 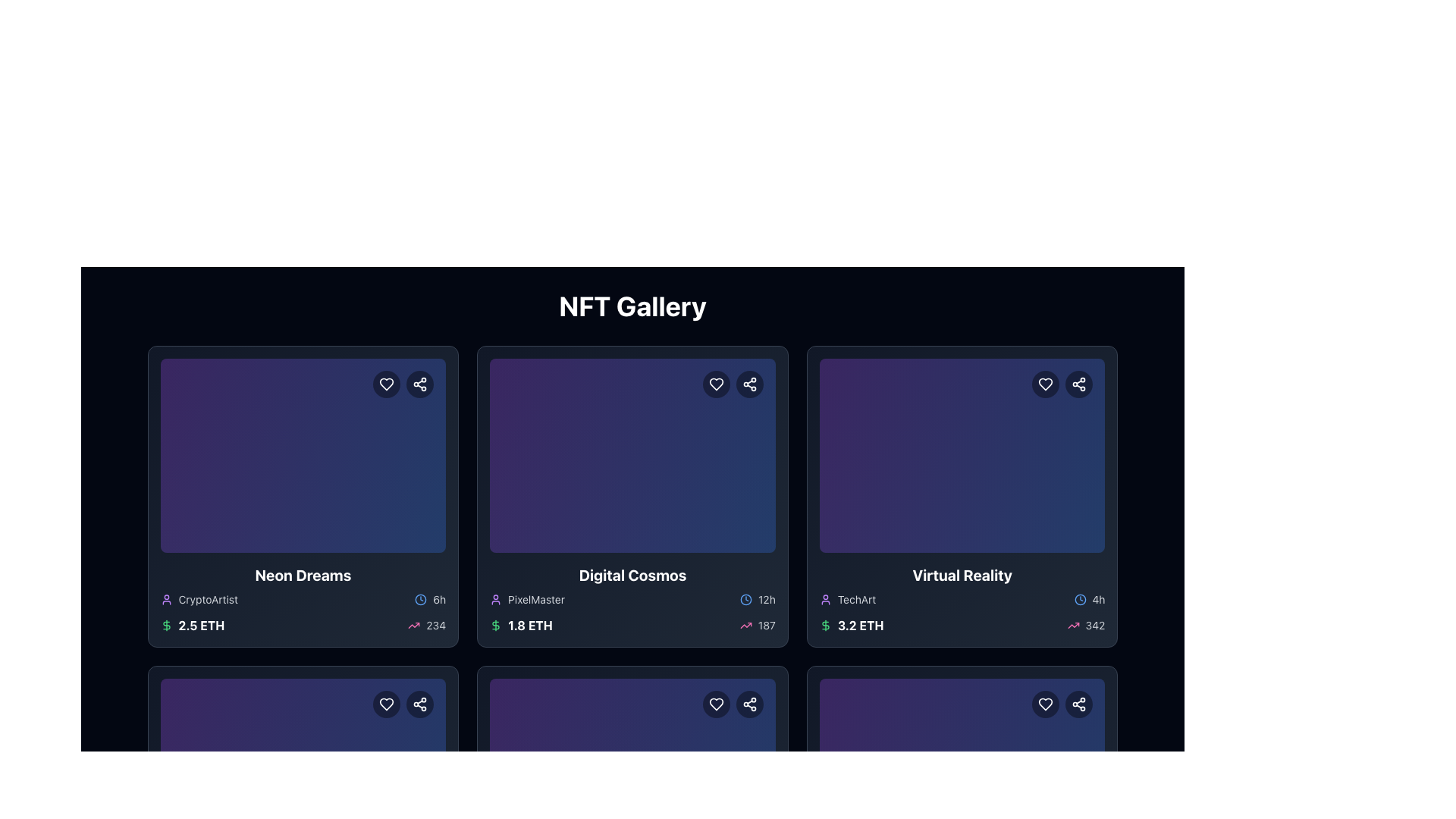 I want to click on the Information bar element displaying '1.8 ETH' located at the bottom of the 'Digital Cosmos' card, so click(x=632, y=626).